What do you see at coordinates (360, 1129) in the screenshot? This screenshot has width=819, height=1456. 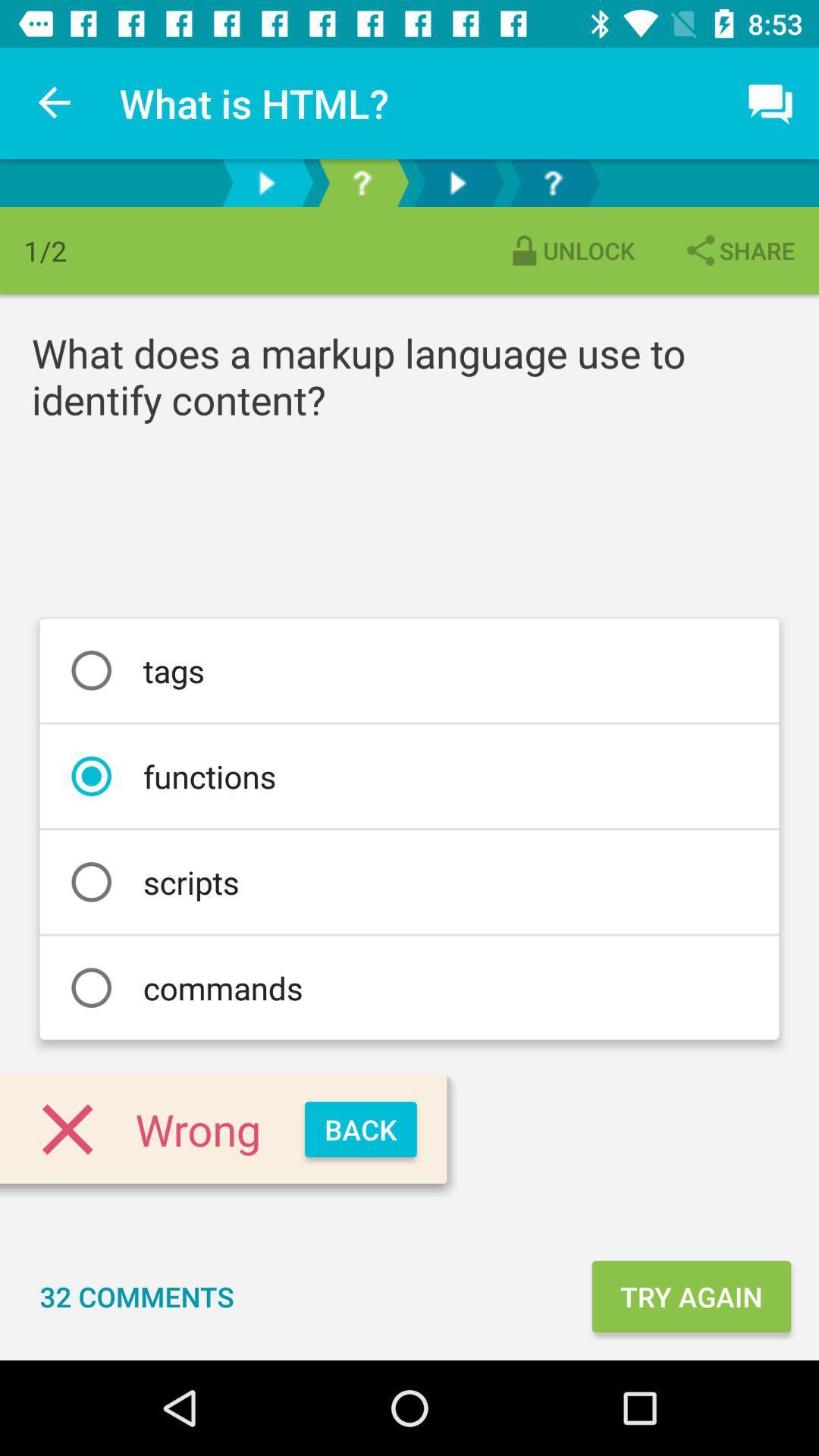 I see `the item next to the wrong icon` at bounding box center [360, 1129].